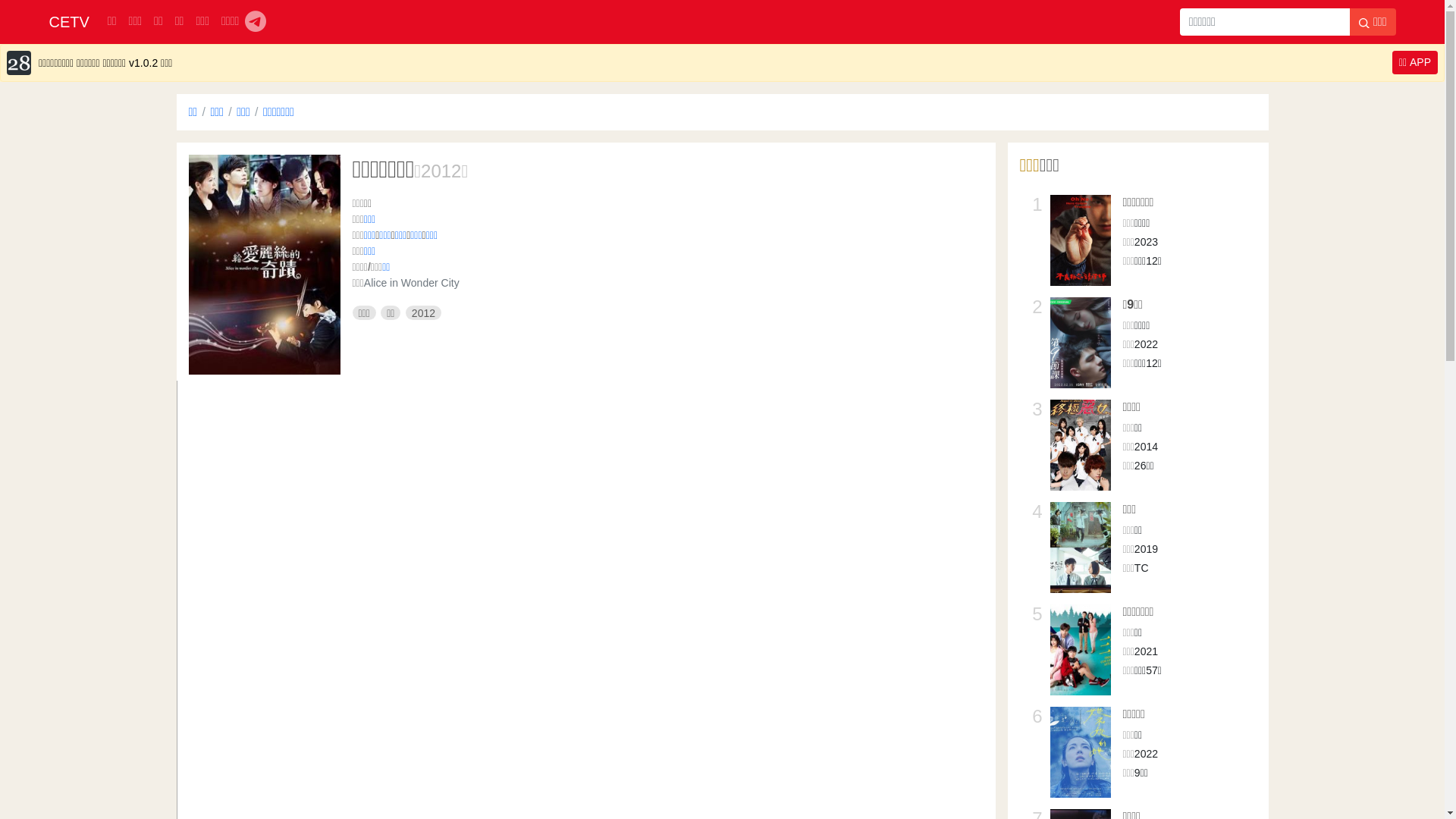 This screenshot has height=819, width=1456. What do you see at coordinates (67, 22) in the screenshot?
I see `'CETV'` at bounding box center [67, 22].